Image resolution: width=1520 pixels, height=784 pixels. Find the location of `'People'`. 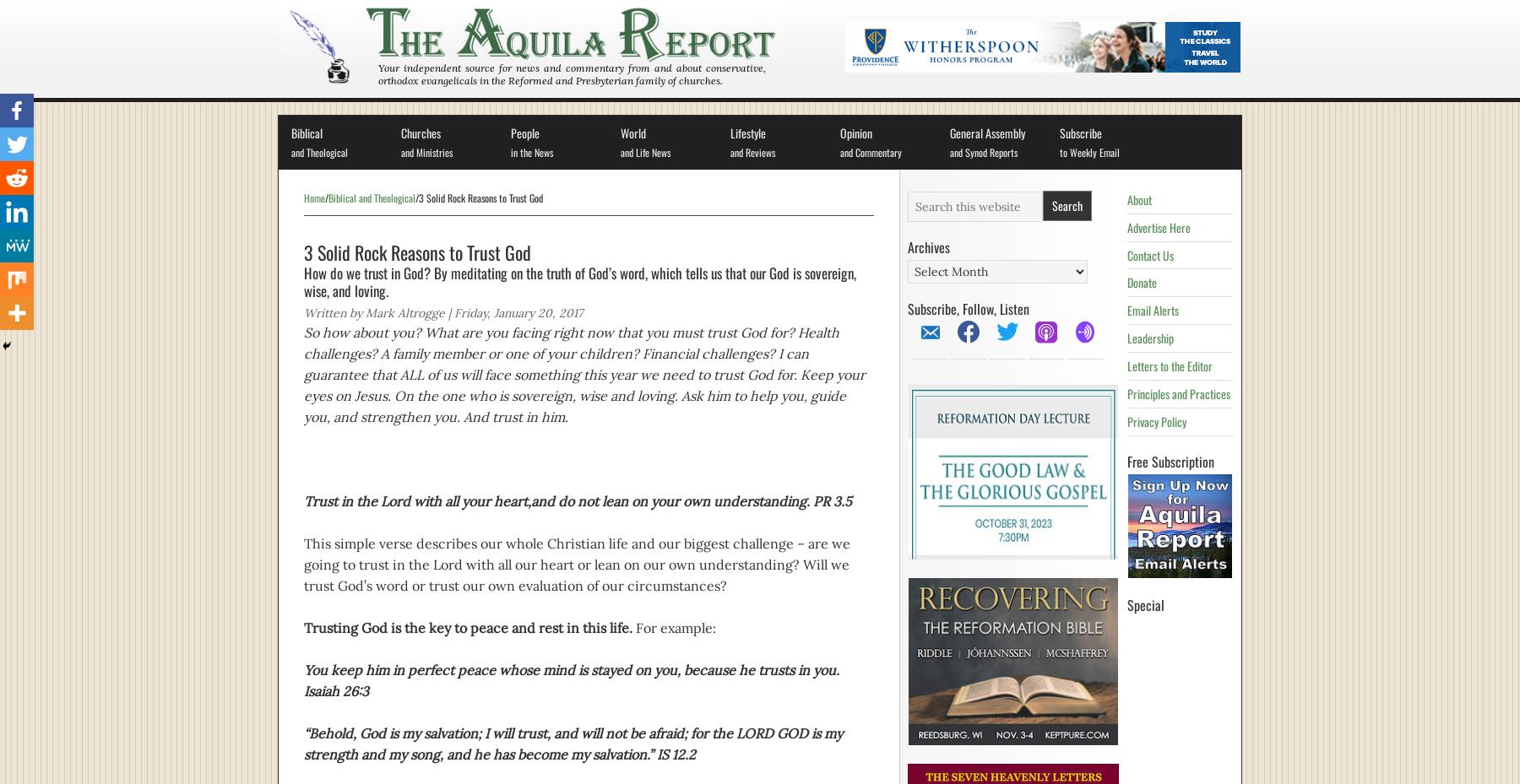

'People' is located at coordinates (525, 132).